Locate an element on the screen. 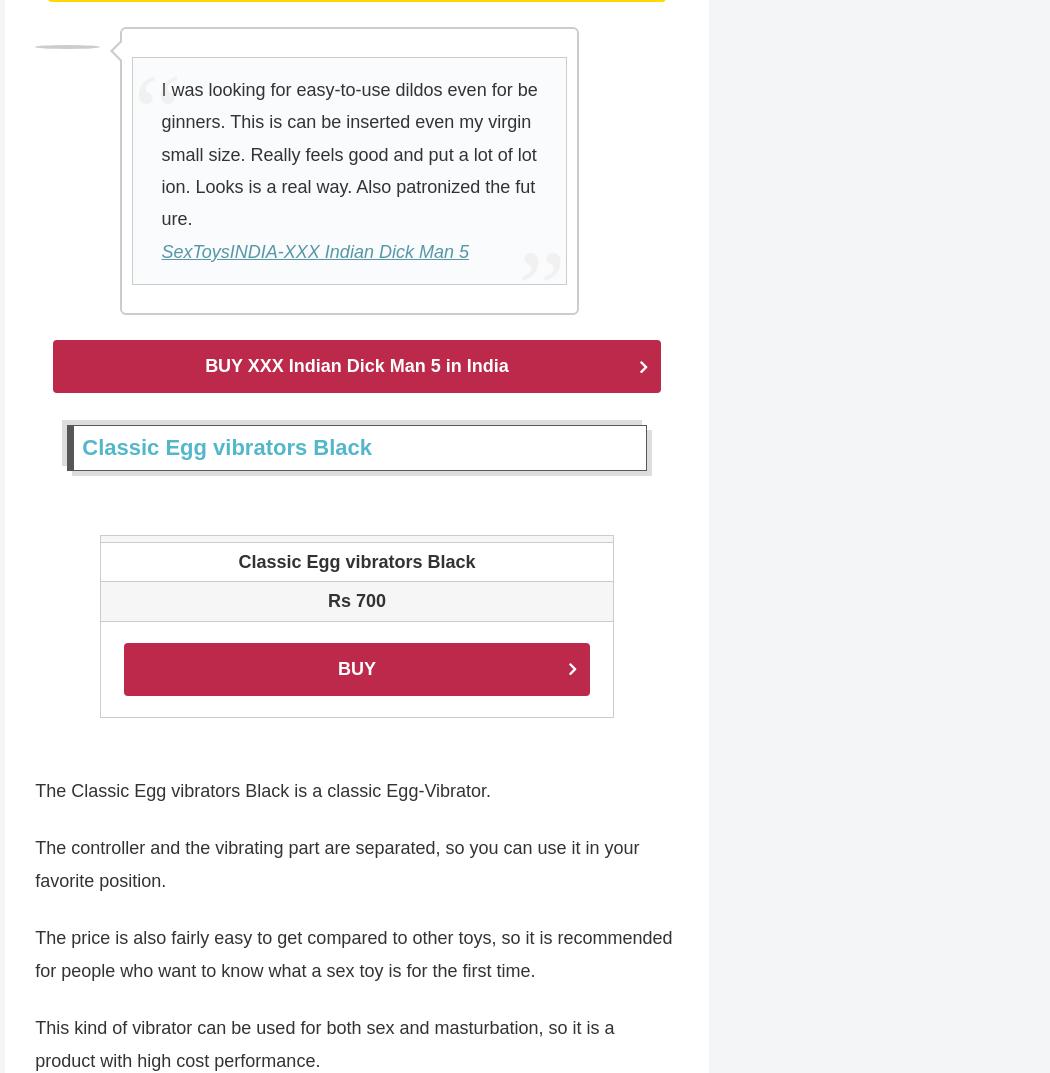 The width and height of the screenshot is (1050, 1073). 'This kind of vibrator can be used for both sex and masturbation, so it is a product with high cost performance.' is located at coordinates (324, 1045).